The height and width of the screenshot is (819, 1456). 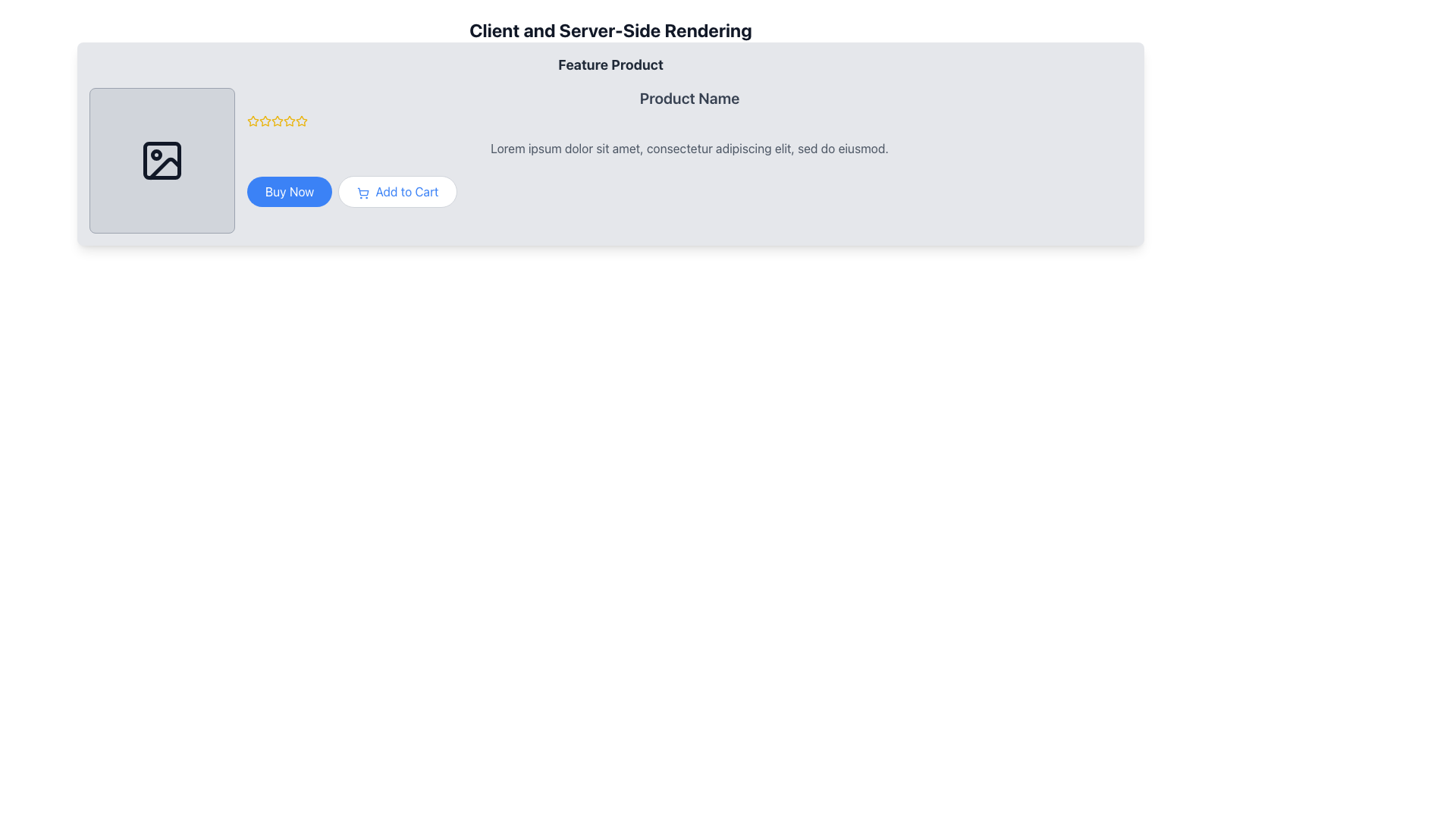 What do you see at coordinates (290, 120) in the screenshot?
I see `the 6th golden star icon with a hollow center and sharp tips located in the rating section of the product display` at bounding box center [290, 120].